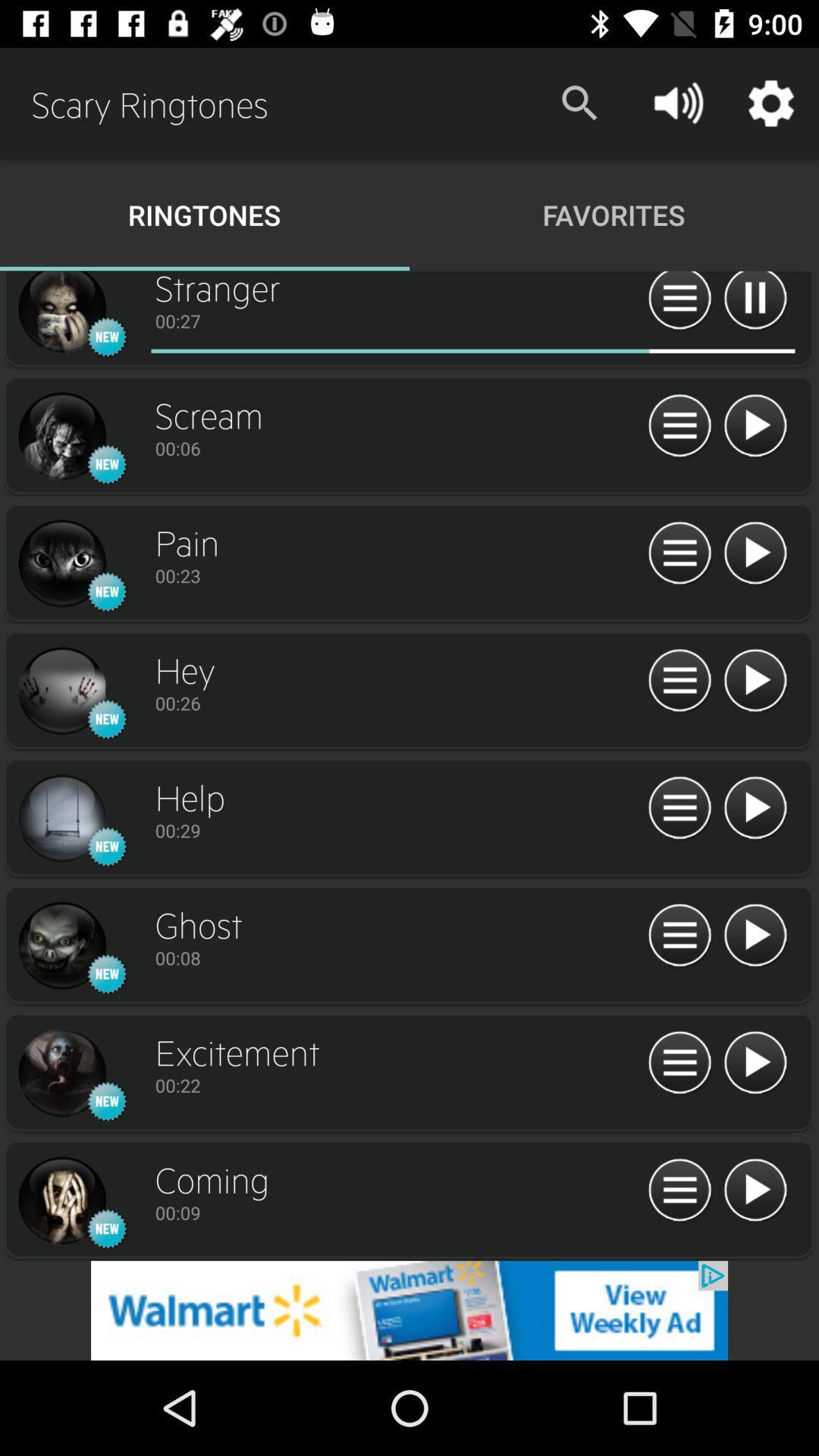  I want to click on ringtone, so click(755, 1190).